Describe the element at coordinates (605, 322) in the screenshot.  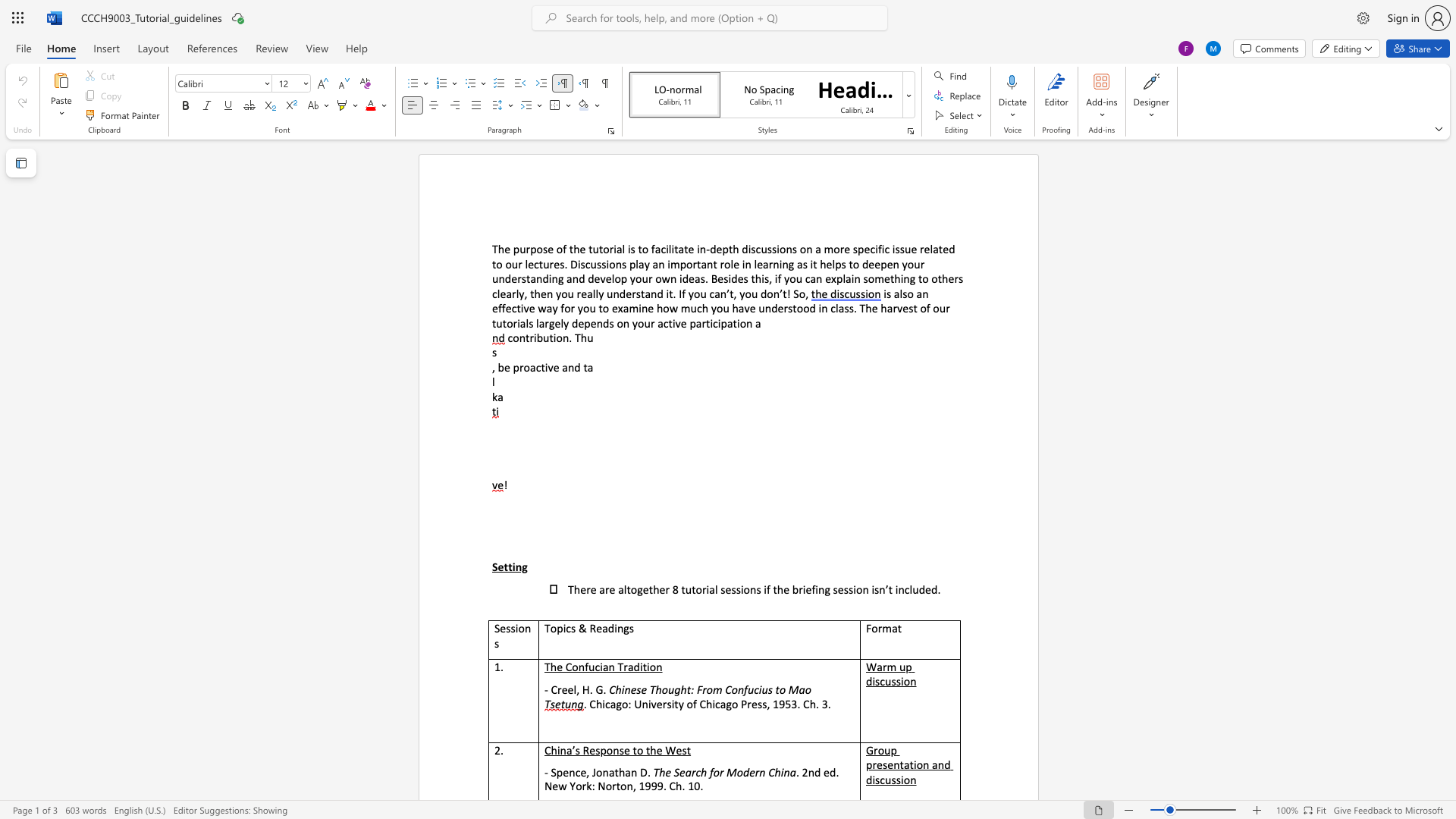
I see `the 2th character "d" in the text` at that location.